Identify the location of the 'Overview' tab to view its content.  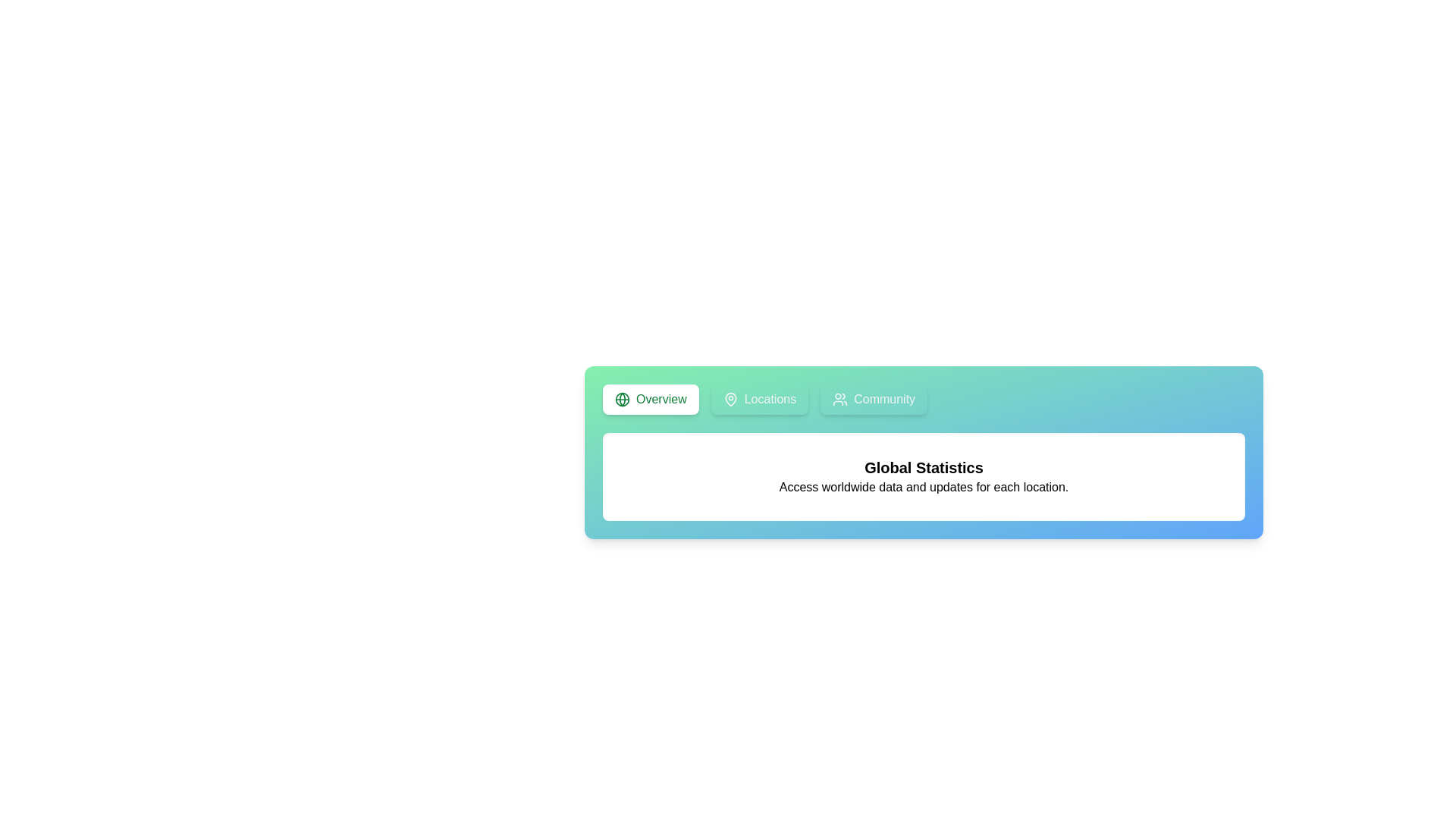
(651, 399).